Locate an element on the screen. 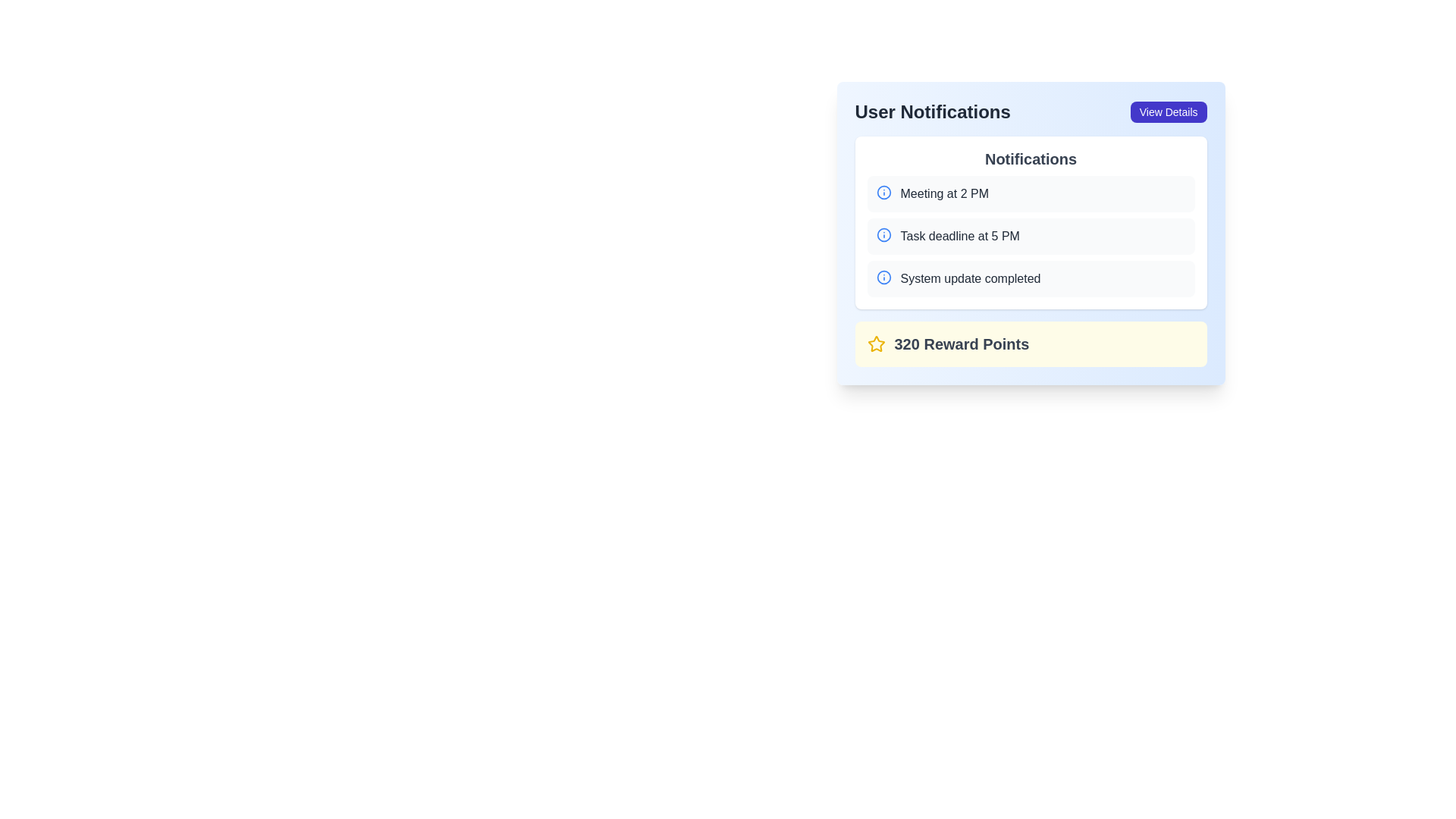  the information indicator icon located to the left of the text 'System update completed' in the notifications section is located at coordinates (883, 278).